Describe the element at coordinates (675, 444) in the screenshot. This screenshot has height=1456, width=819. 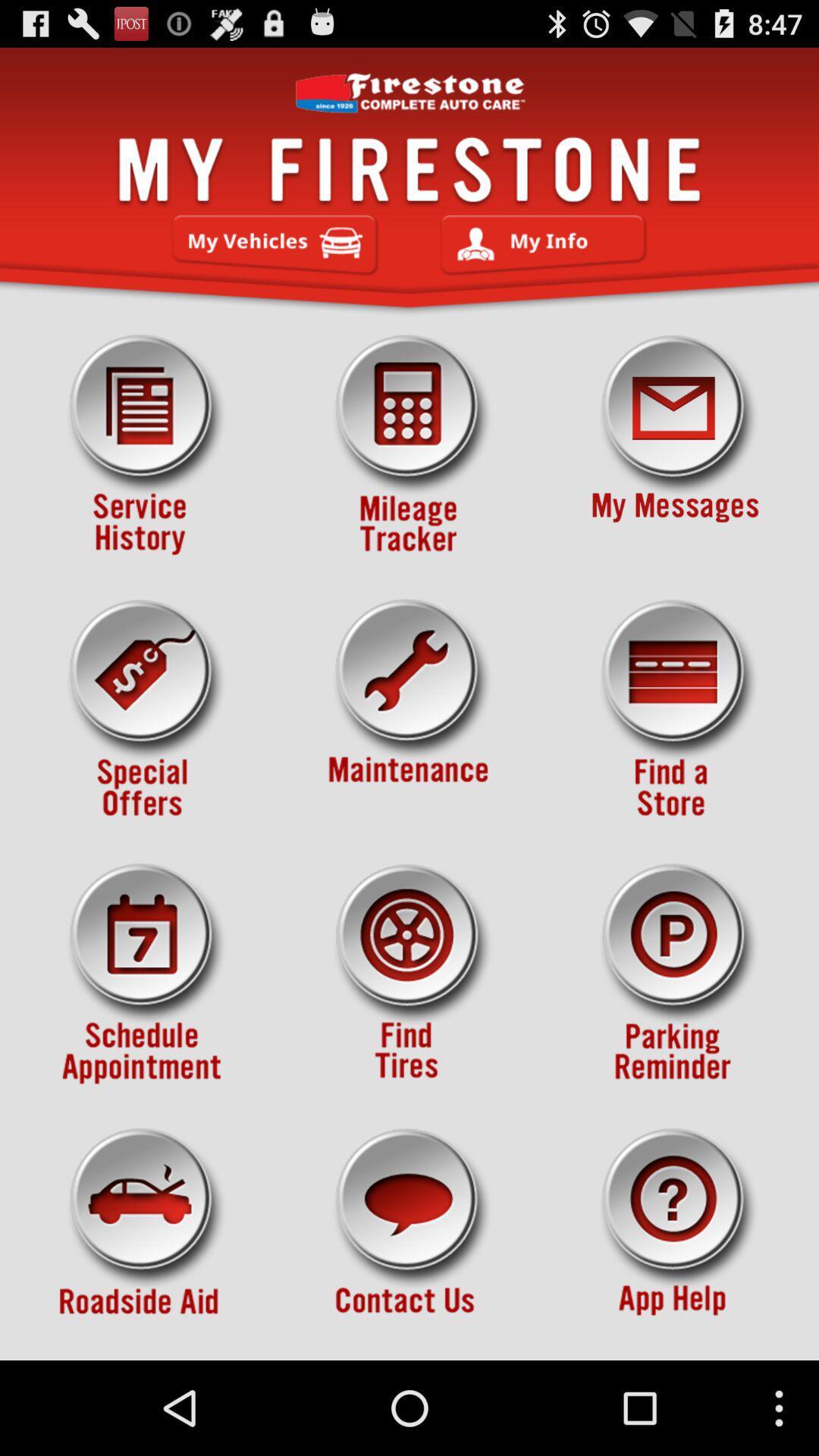
I see `check your messages` at that location.